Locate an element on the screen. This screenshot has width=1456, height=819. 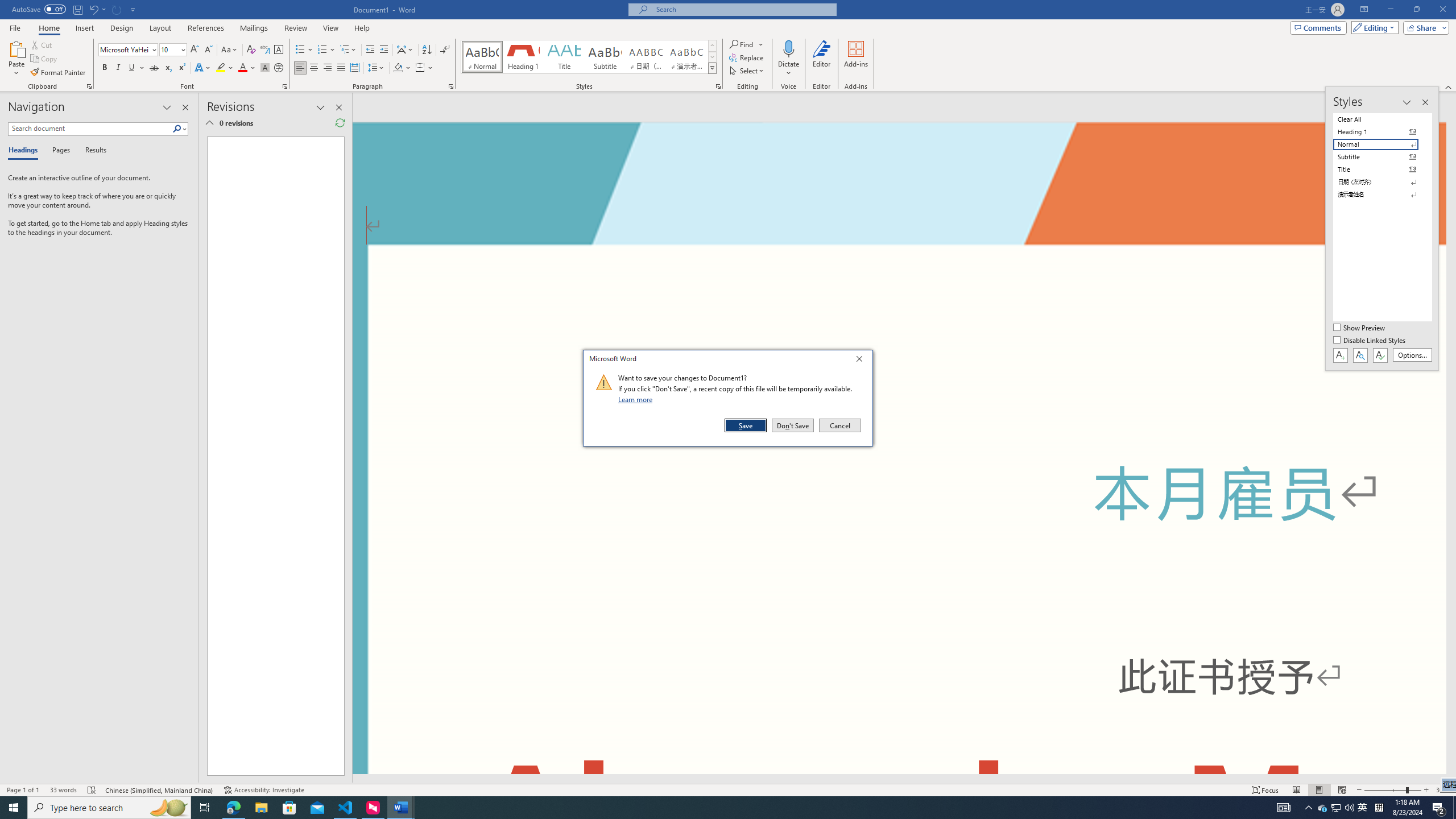
'Show Preview' is located at coordinates (1360, 328).